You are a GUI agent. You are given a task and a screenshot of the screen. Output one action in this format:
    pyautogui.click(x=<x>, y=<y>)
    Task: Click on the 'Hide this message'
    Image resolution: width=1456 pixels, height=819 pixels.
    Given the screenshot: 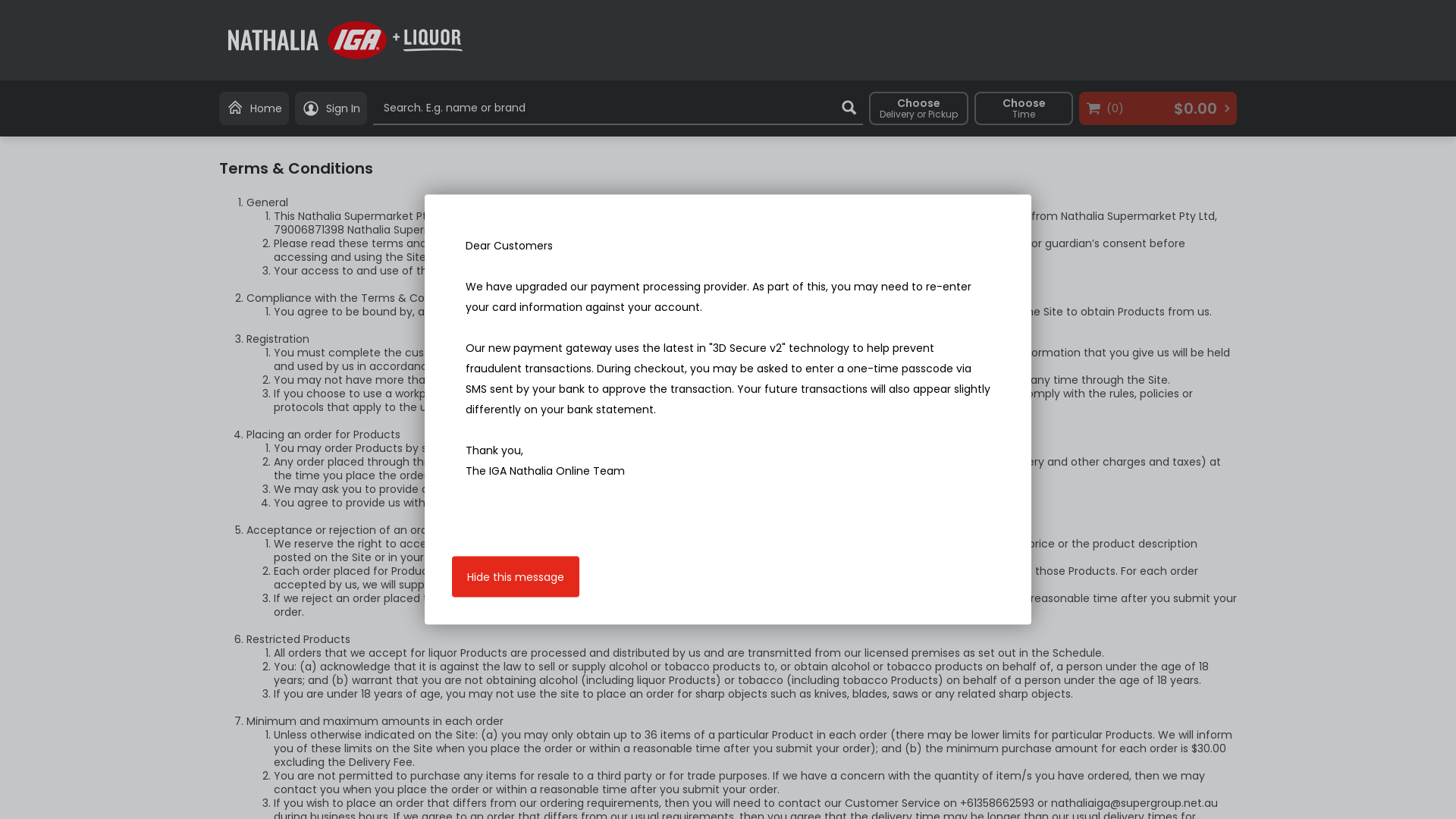 What is the action you would take?
    pyautogui.click(x=516, y=576)
    